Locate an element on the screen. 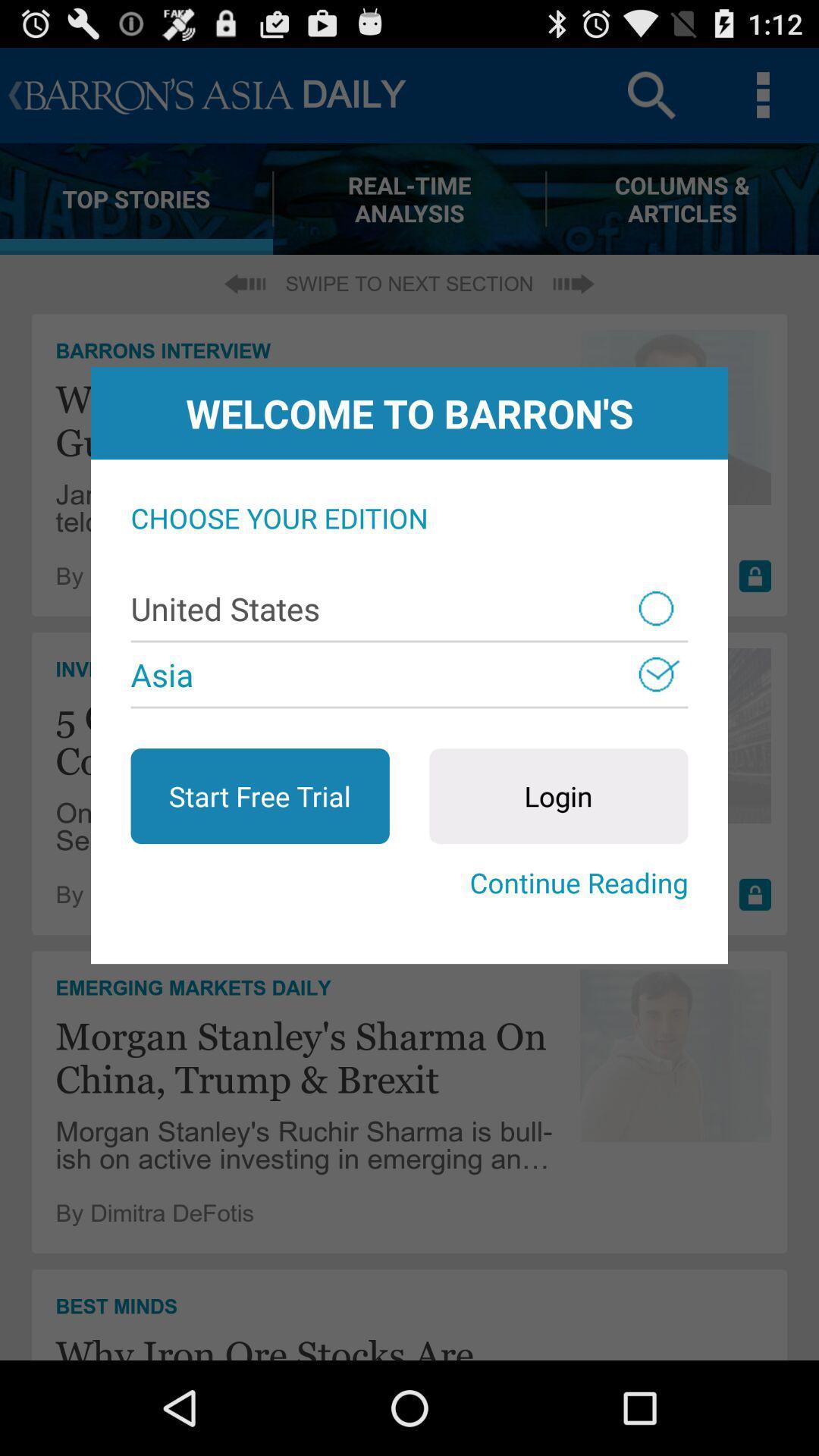 This screenshot has width=819, height=1456. the icon on the right is located at coordinates (558, 795).